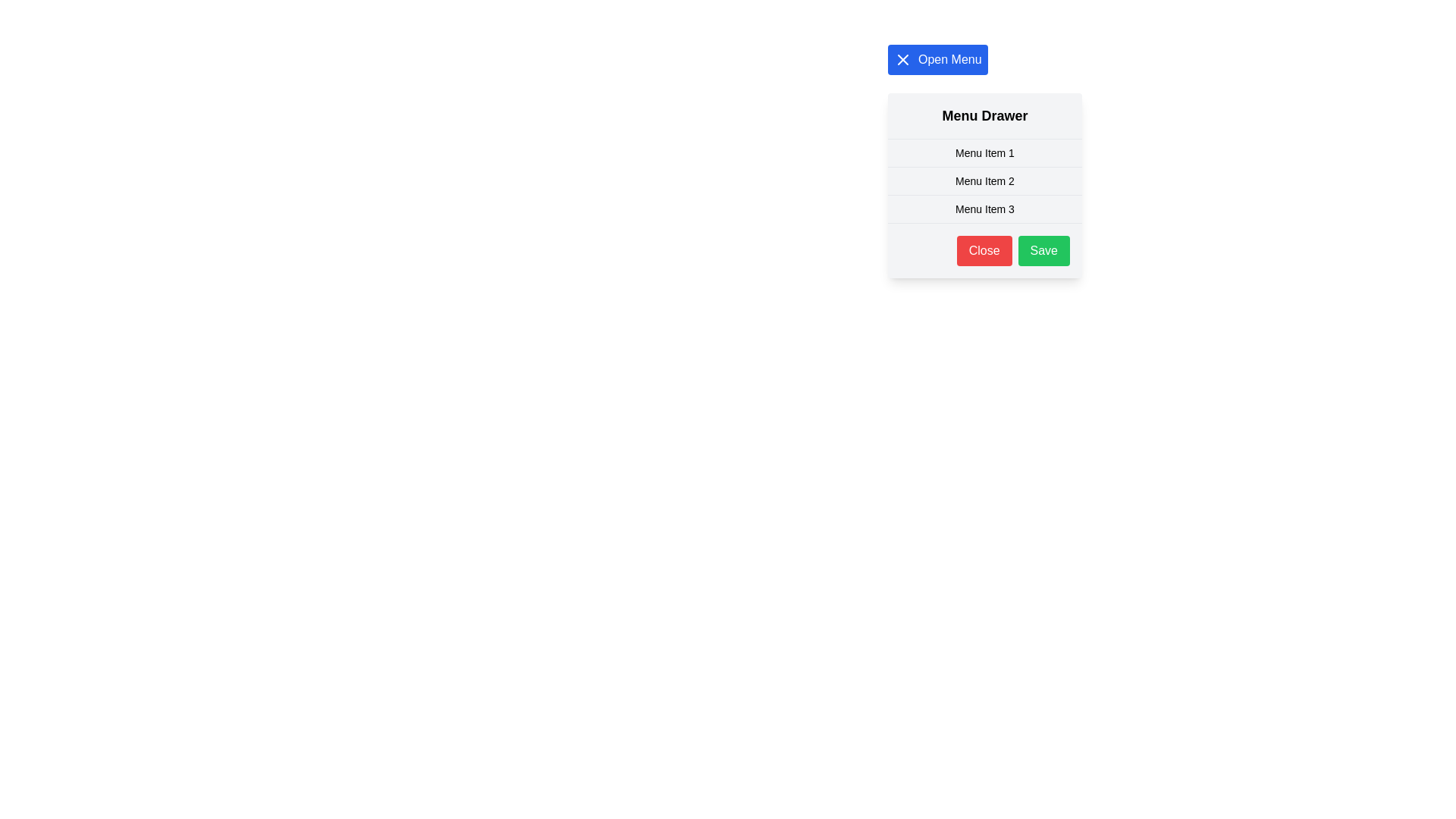 Image resolution: width=1456 pixels, height=819 pixels. Describe the element at coordinates (985, 115) in the screenshot. I see `the 'Menu Drawer' static label, which is displayed in a bold font and is positioned at the top of the vertically organized menu drawer` at that location.